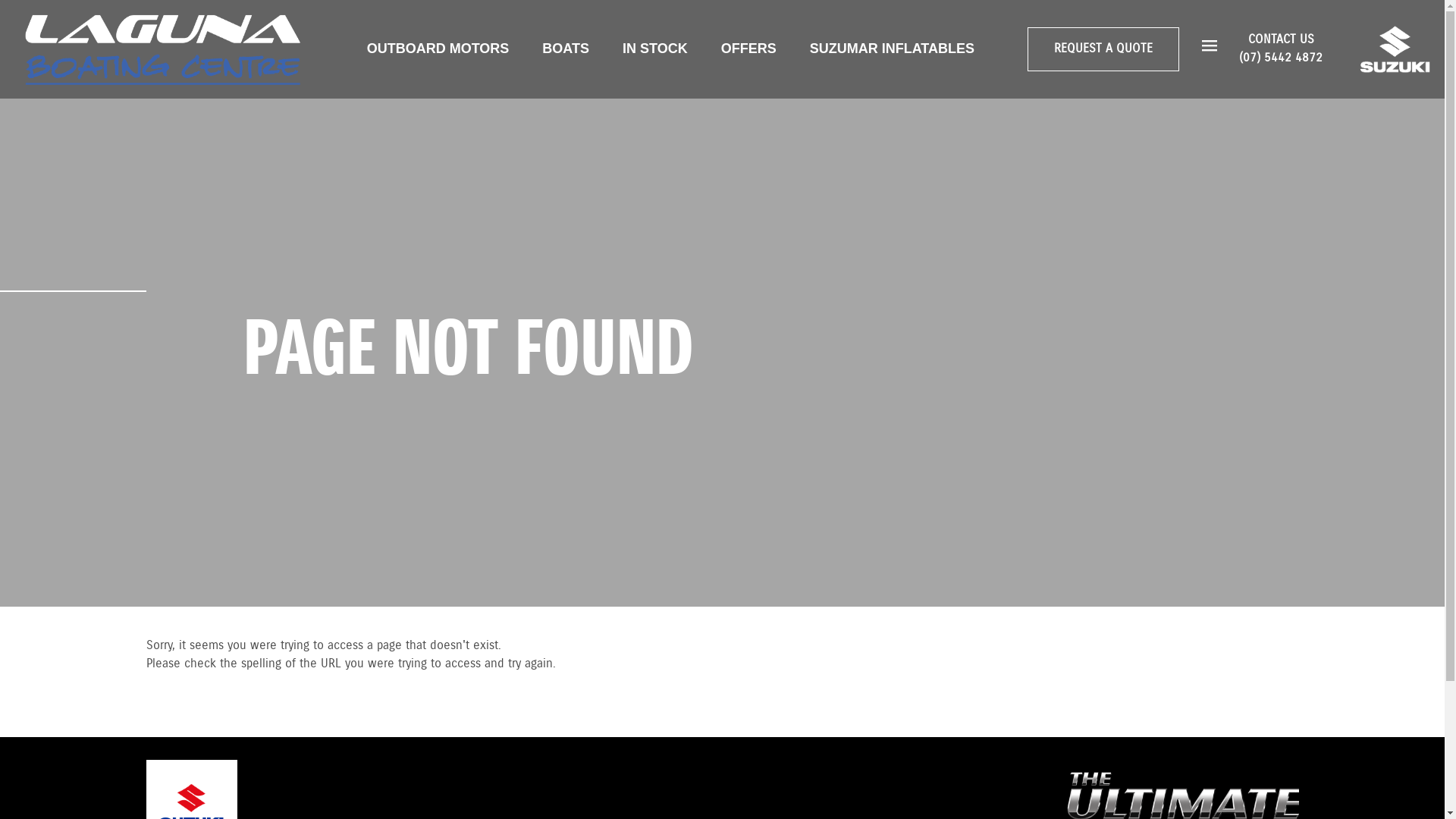 The image size is (1456, 819). Describe the element at coordinates (437, 48) in the screenshot. I see `'OUTBOARD MOTORS'` at that location.